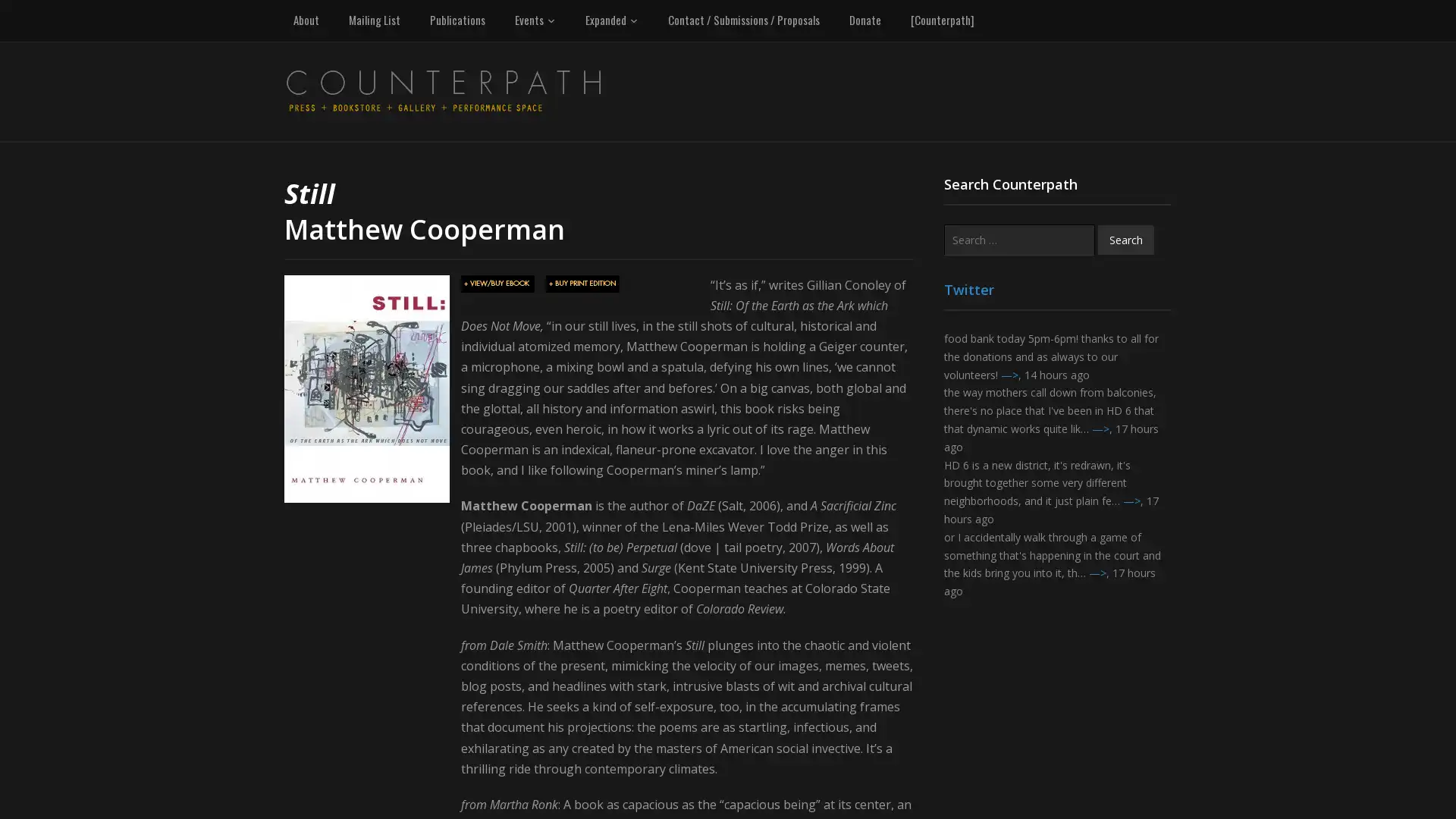 This screenshot has height=819, width=1456. What do you see at coordinates (1125, 239) in the screenshot?
I see `Search` at bounding box center [1125, 239].